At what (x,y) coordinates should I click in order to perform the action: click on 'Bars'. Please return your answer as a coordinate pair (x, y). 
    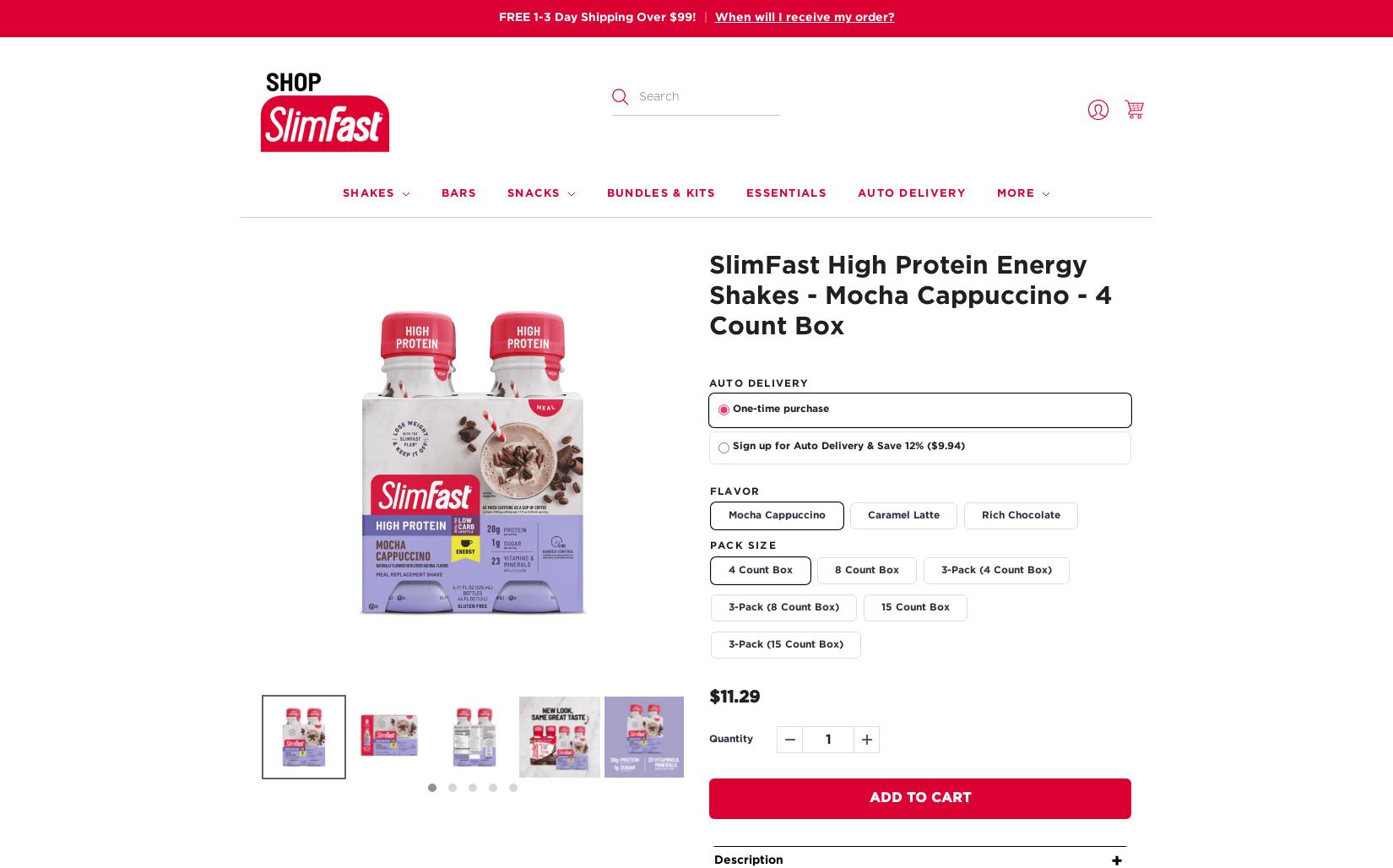
    Looking at the image, I should click on (457, 192).